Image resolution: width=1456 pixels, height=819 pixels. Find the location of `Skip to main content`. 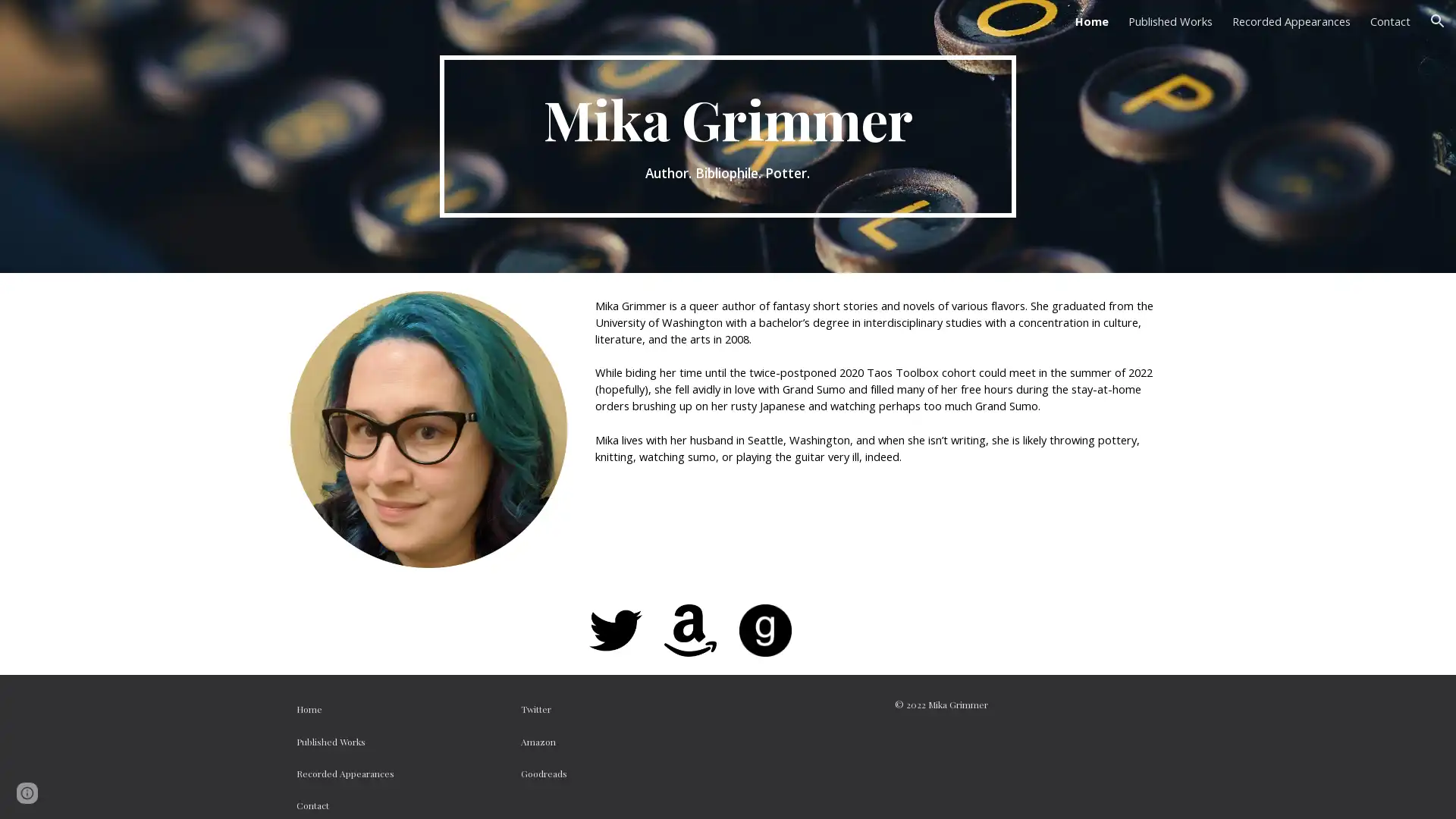

Skip to main content is located at coordinates (597, 28).